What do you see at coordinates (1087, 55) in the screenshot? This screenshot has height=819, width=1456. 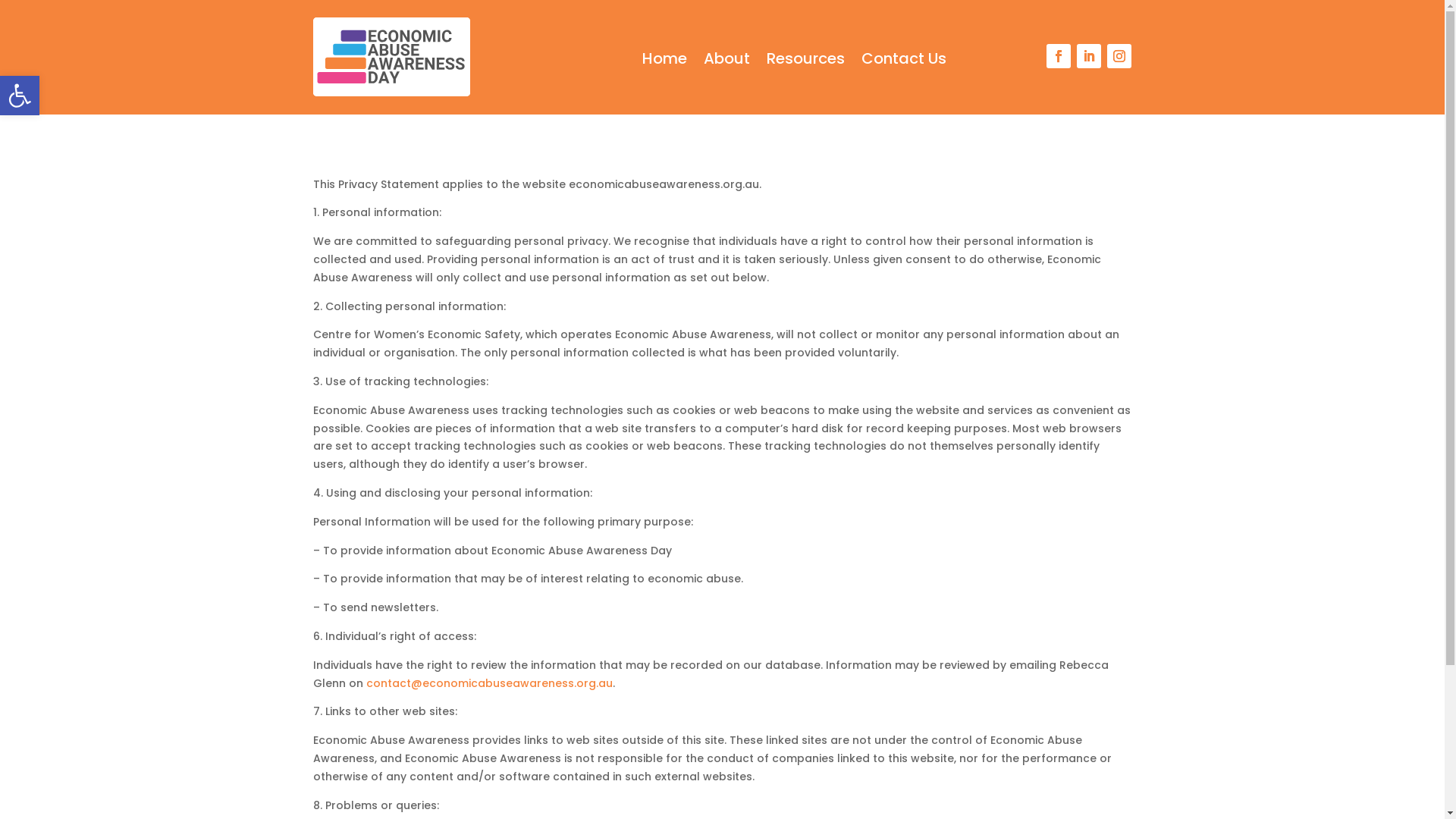 I see `'Follow on LinkedIn'` at bounding box center [1087, 55].